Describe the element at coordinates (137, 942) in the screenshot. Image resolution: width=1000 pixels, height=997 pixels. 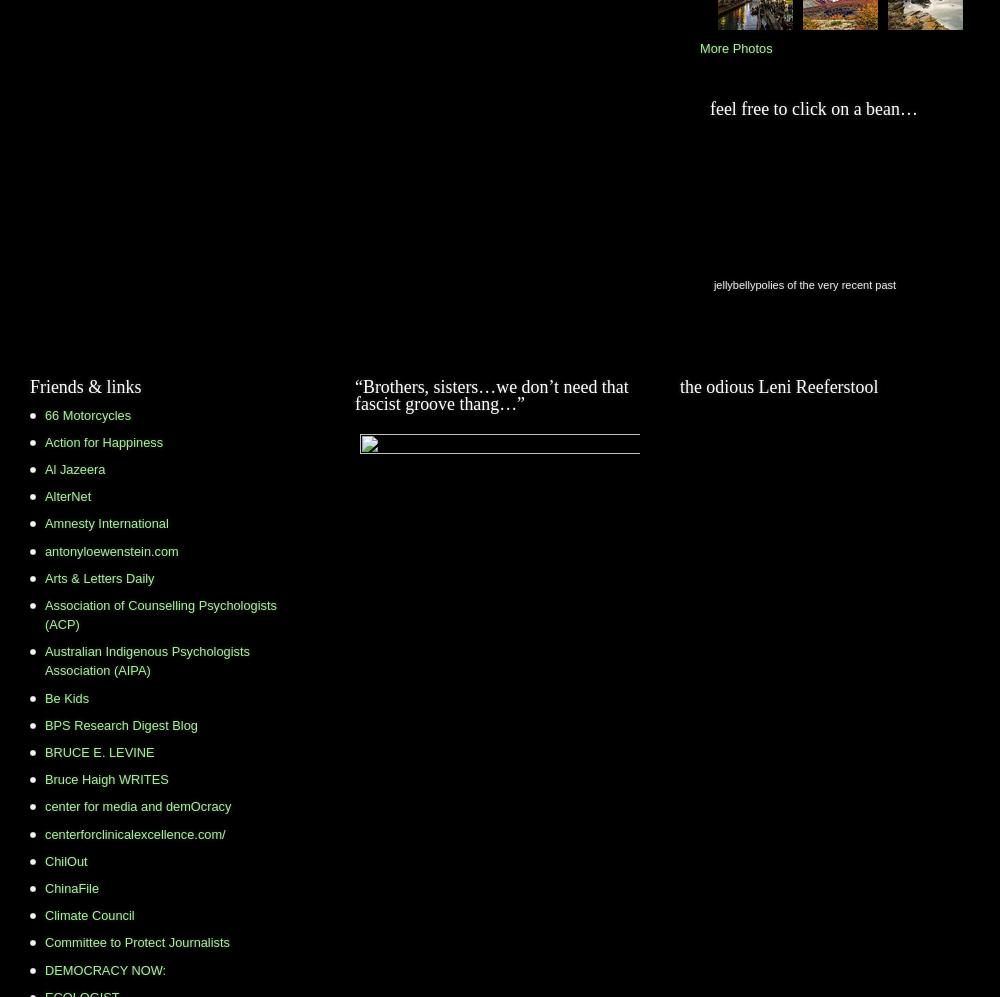
I see `'Committee to Protect Journalists'` at that location.